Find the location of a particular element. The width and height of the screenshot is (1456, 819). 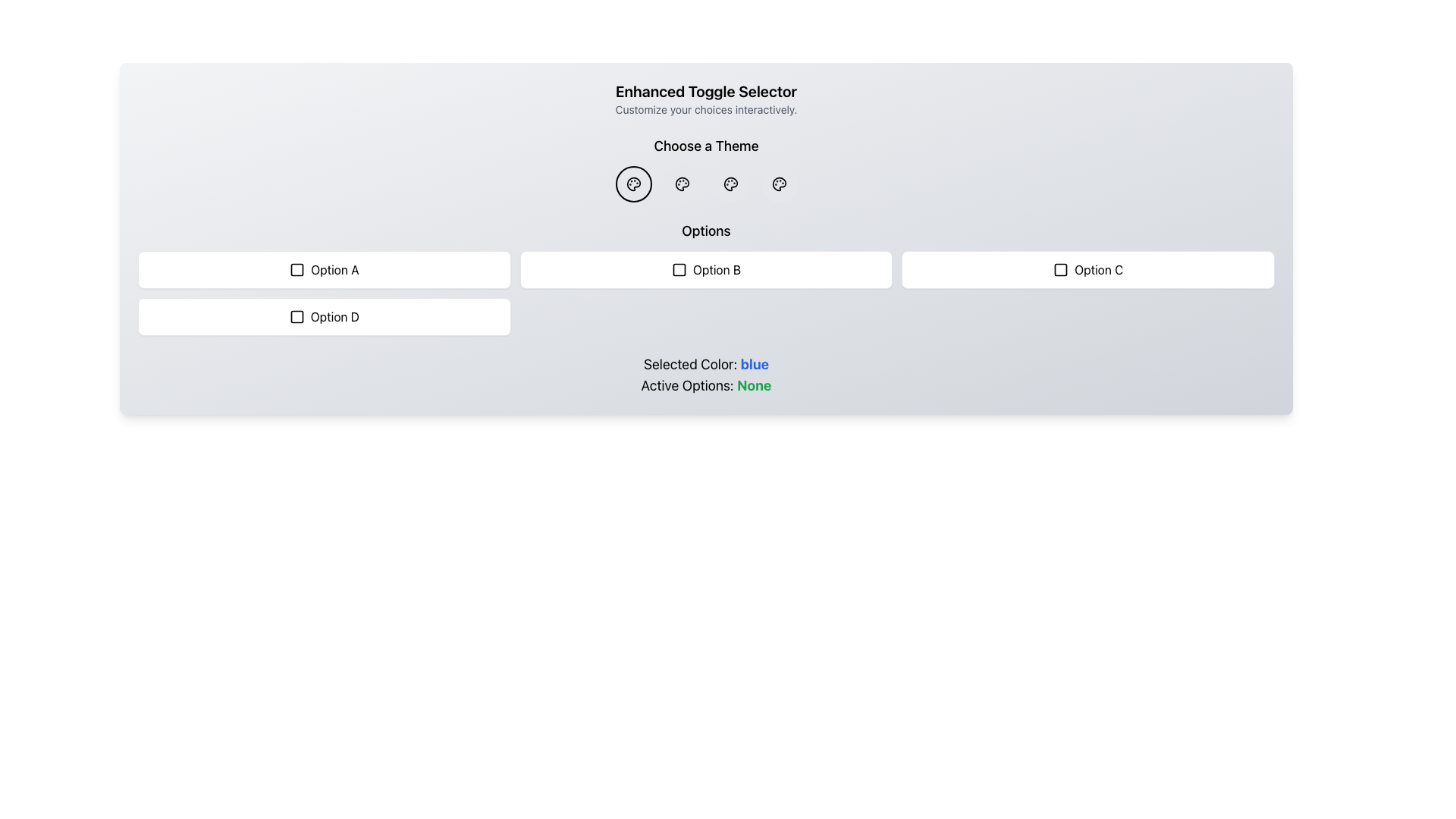

the inner component of the checkbox for 'Option B' is located at coordinates (678, 268).